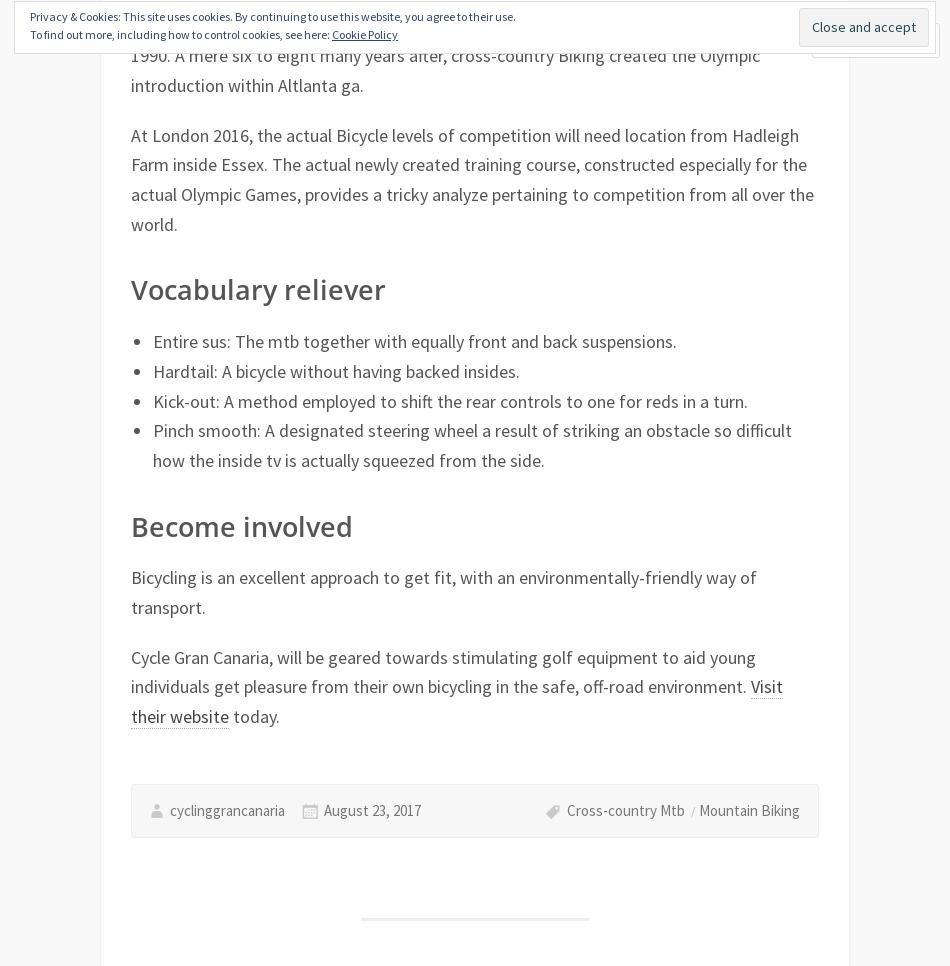 This screenshot has height=966, width=950. Describe the element at coordinates (240, 525) in the screenshot. I see `'Become involved'` at that location.